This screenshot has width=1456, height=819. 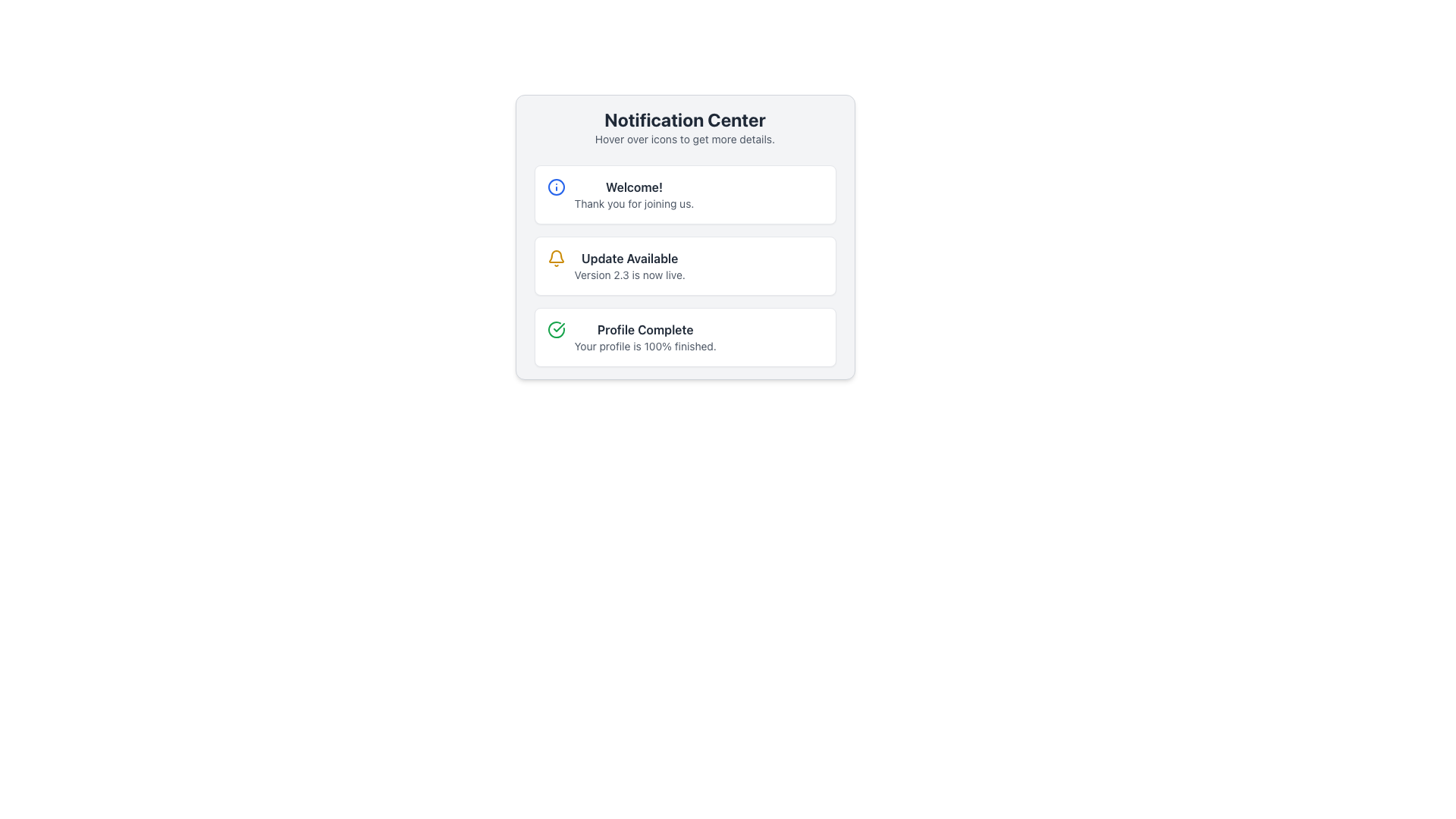 I want to click on the information icon located at the left side of the first notification card that includes the title 'Welcome!' and subtitle 'Thank you for joining us.', so click(x=555, y=186).